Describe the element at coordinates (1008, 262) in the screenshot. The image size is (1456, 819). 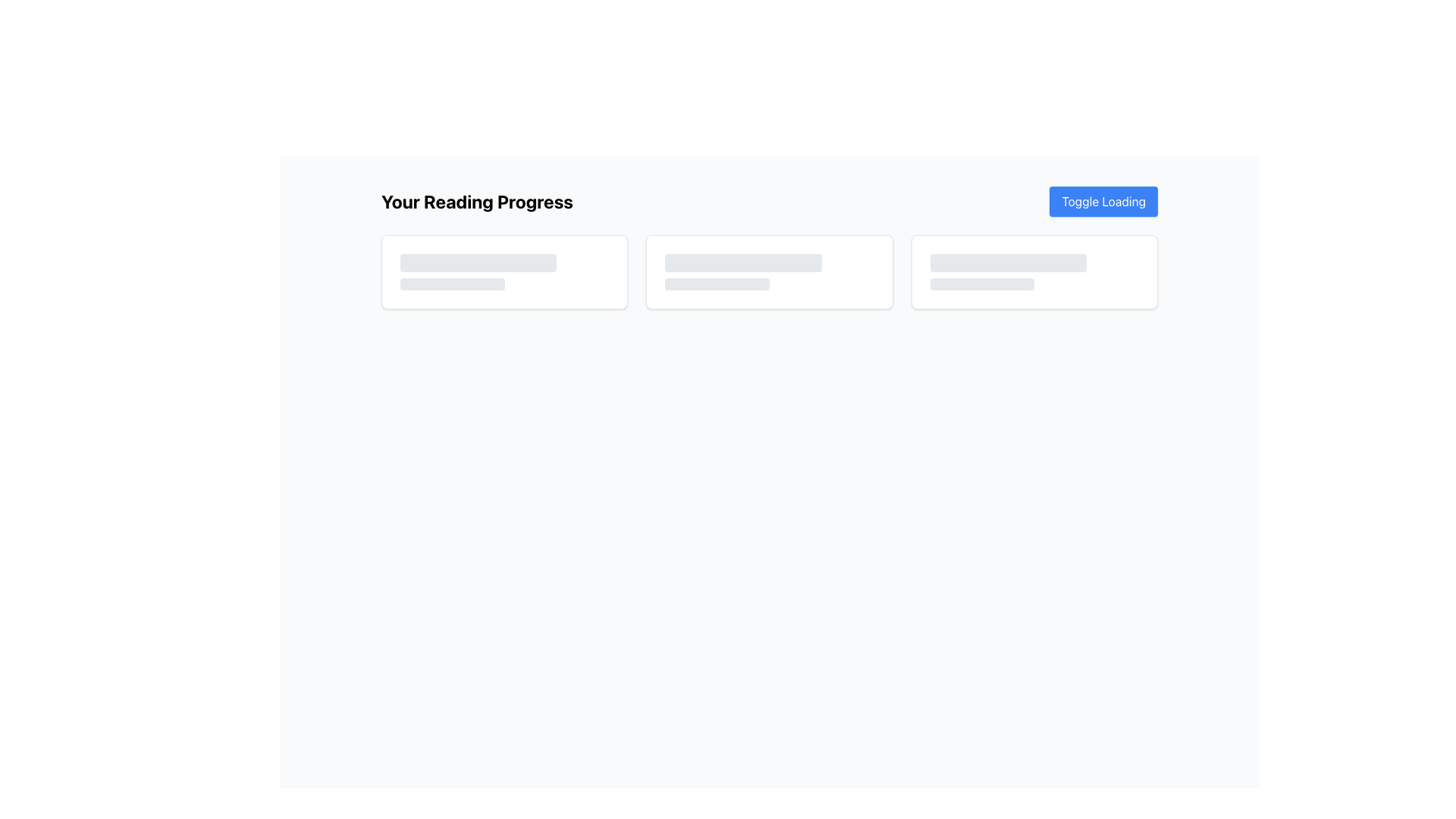
I see `the gray rounded rectangle skeleton loader located in the rightmost card of three horizontally aligned cards, near the top of its card` at that location.